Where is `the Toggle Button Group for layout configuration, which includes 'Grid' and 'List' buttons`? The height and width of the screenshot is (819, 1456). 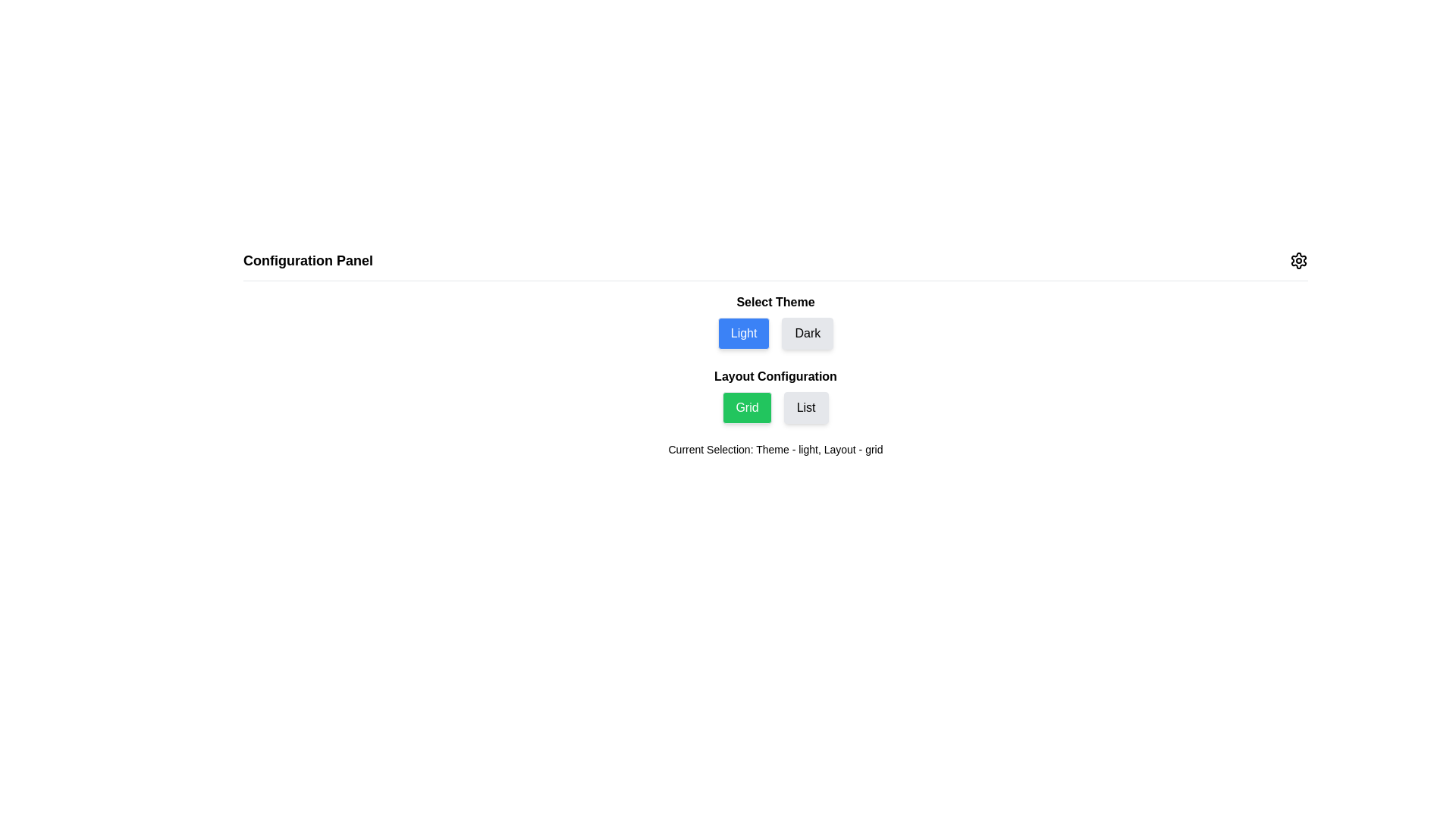
the Toggle Button Group for layout configuration, which includes 'Grid' and 'List' buttons is located at coordinates (775, 394).